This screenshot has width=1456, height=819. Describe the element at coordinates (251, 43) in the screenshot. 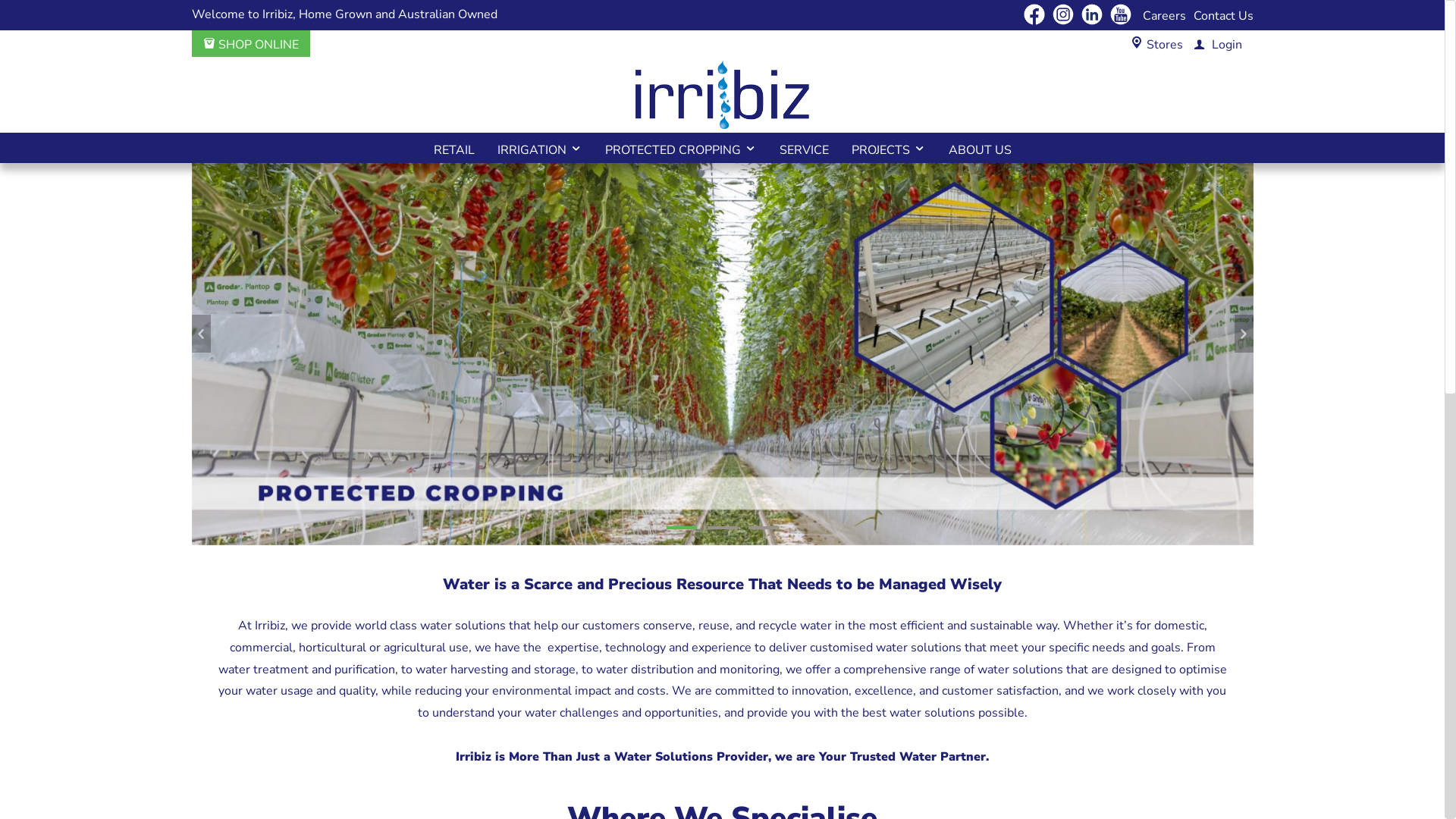

I see `'SHOP ONLINE'` at that location.